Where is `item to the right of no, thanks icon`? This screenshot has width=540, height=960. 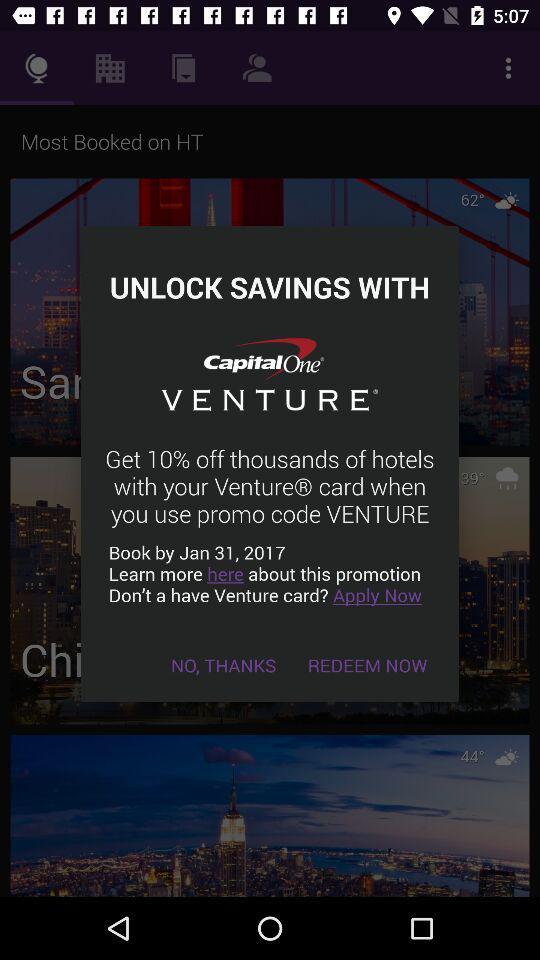
item to the right of no, thanks icon is located at coordinates (366, 665).